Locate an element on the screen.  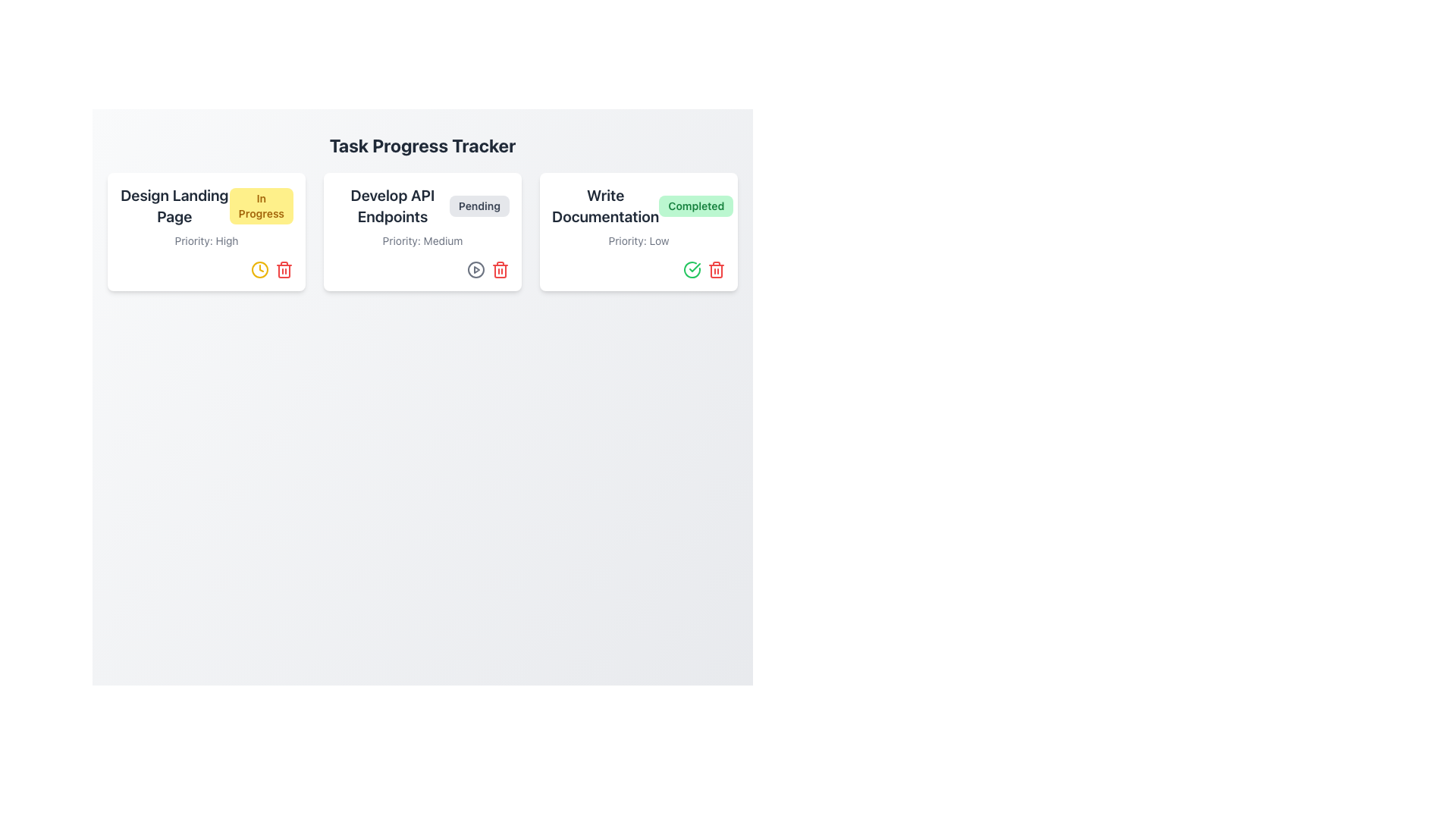
the circular UI icon representing the timing aspect of the task status in the 'Task Progress Tracker' interface, located near the bottom-left corner of the 'Design Landing Page' task card is located at coordinates (259, 268).